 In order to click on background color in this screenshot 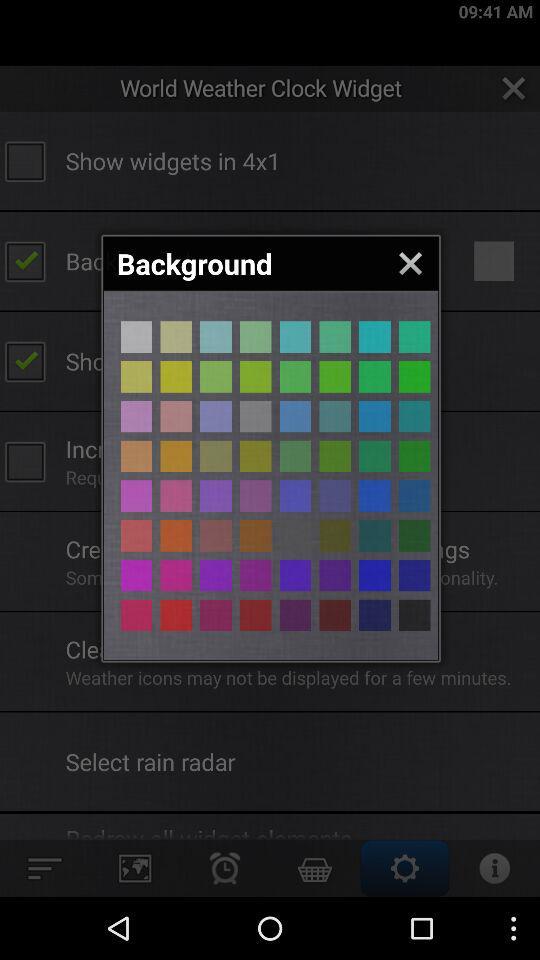, I will do `click(374, 415)`.